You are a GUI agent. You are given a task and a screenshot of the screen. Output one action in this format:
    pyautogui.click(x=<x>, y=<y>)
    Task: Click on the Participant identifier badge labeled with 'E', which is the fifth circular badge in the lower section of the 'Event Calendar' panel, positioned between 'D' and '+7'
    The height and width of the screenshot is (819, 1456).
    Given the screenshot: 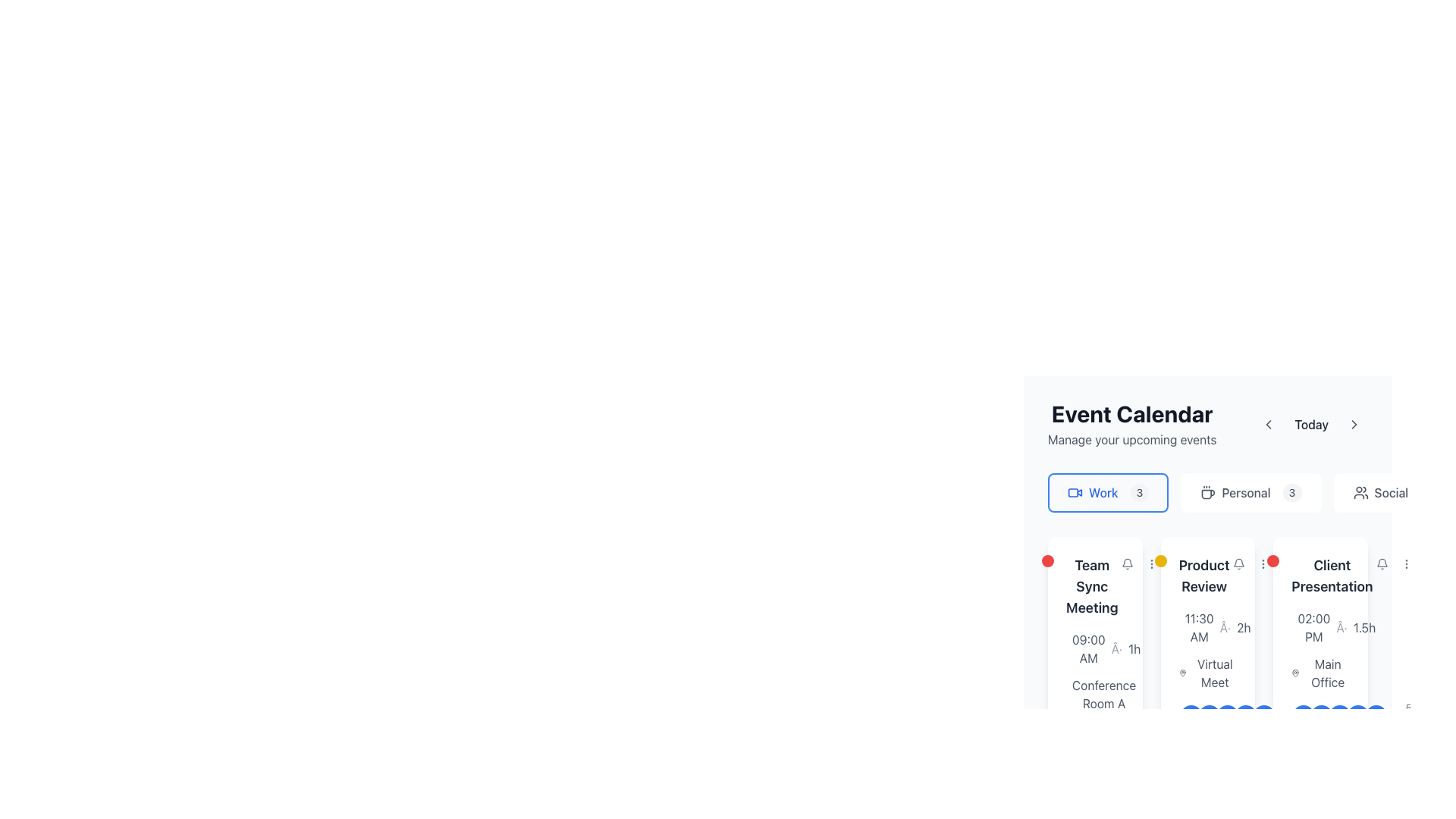 What is the action you would take?
    pyautogui.click(x=1263, y=716)
    